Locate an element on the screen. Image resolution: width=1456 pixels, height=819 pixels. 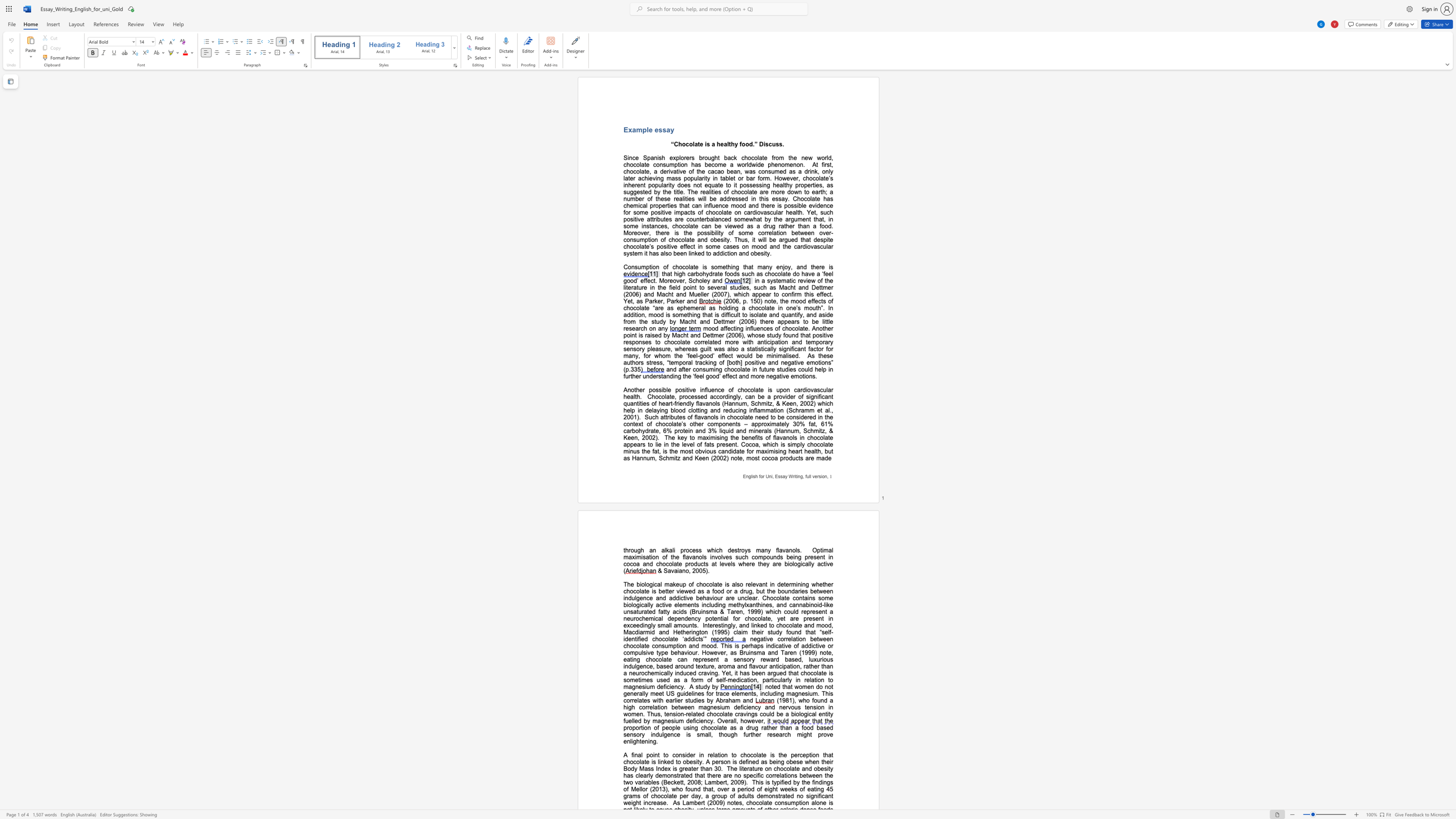
the subset text "that “self-identified chocol" within the text "Interestingly, and linked to chocolate and mood, Macdiarmid and Hetherington (1995) claim their study found that “self-identified chocolate ‘addicts’”" is located at coordinates (805, 632).